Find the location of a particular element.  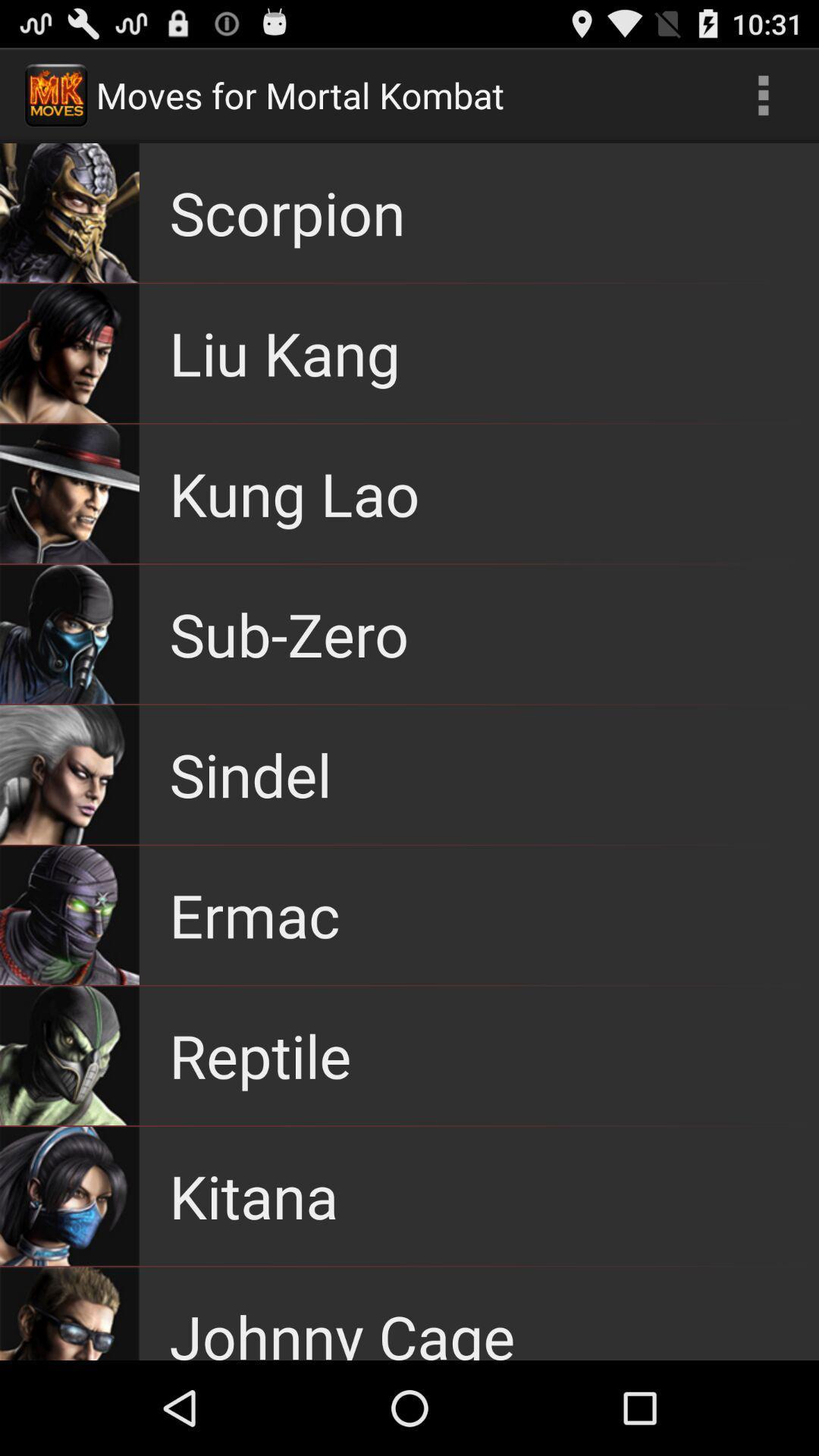

the icon at the top right corner is located at coordinates (763, 94).